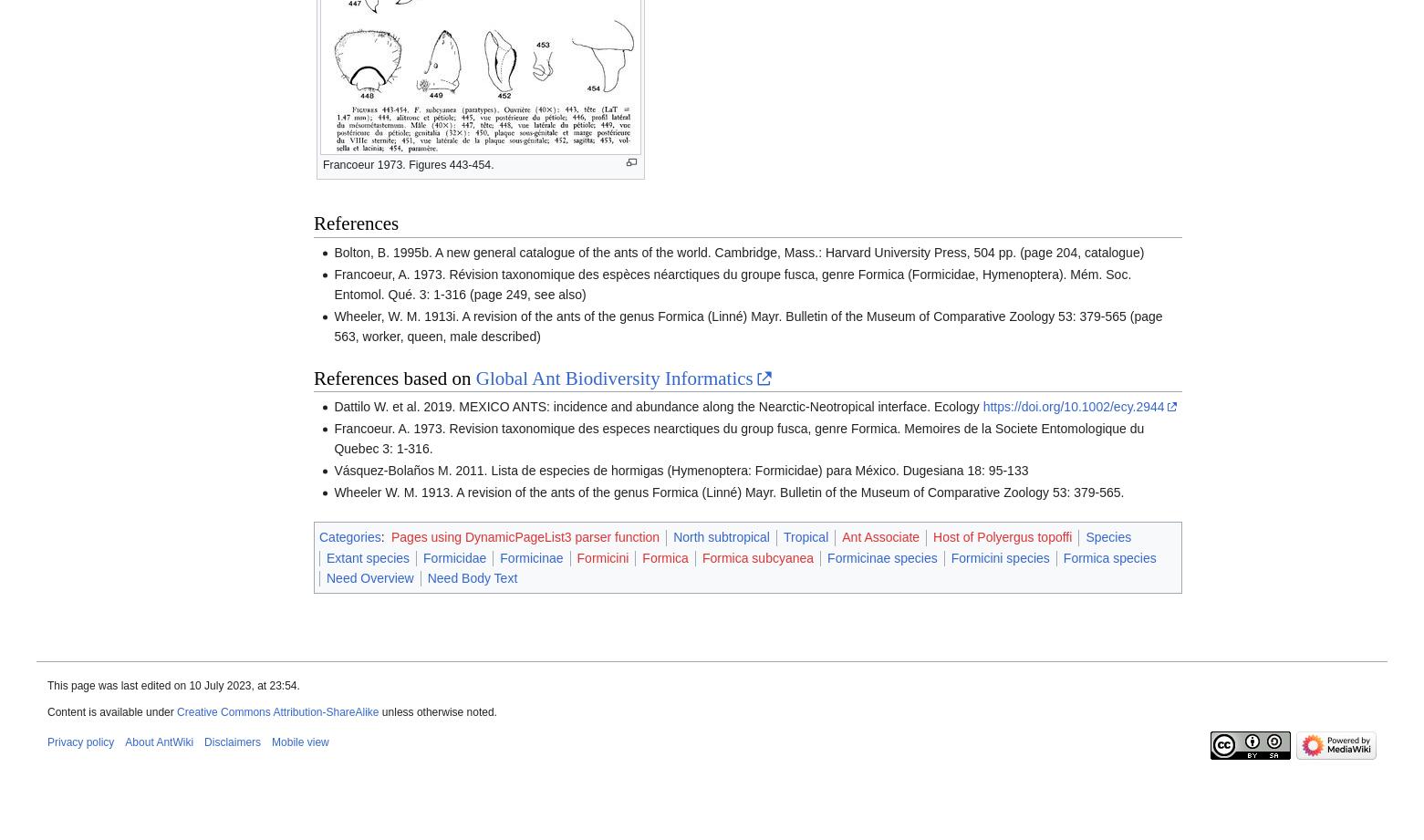 This screenshot has height=840, width=1424. Describe the element at coordinates (367, 555) in the screenshot. I see `'Extant species'` at that location.